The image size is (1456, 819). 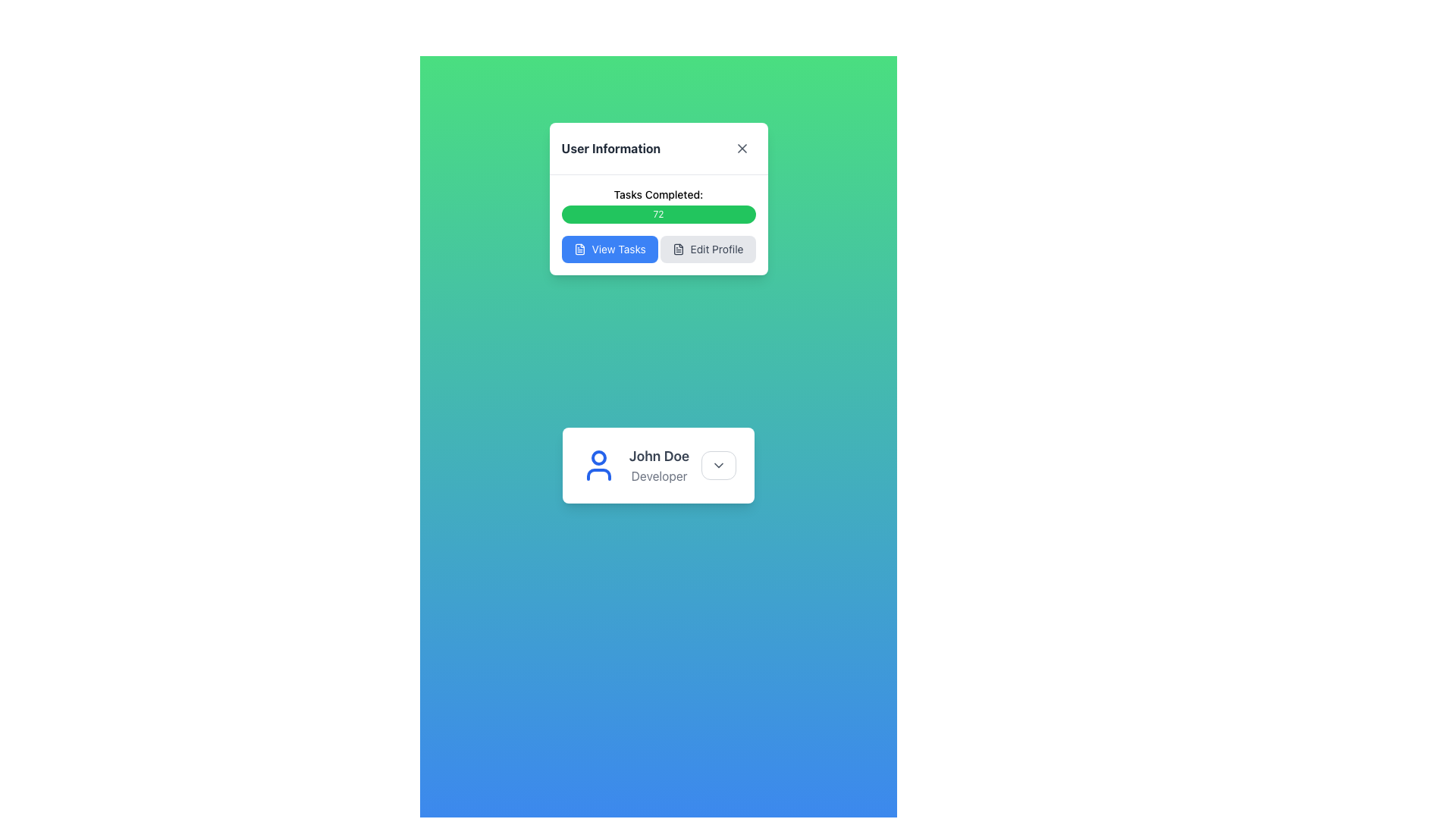 I want to click on the floating panel by interacting with the header that contains the title and action icon, so click(x=658, y=149).